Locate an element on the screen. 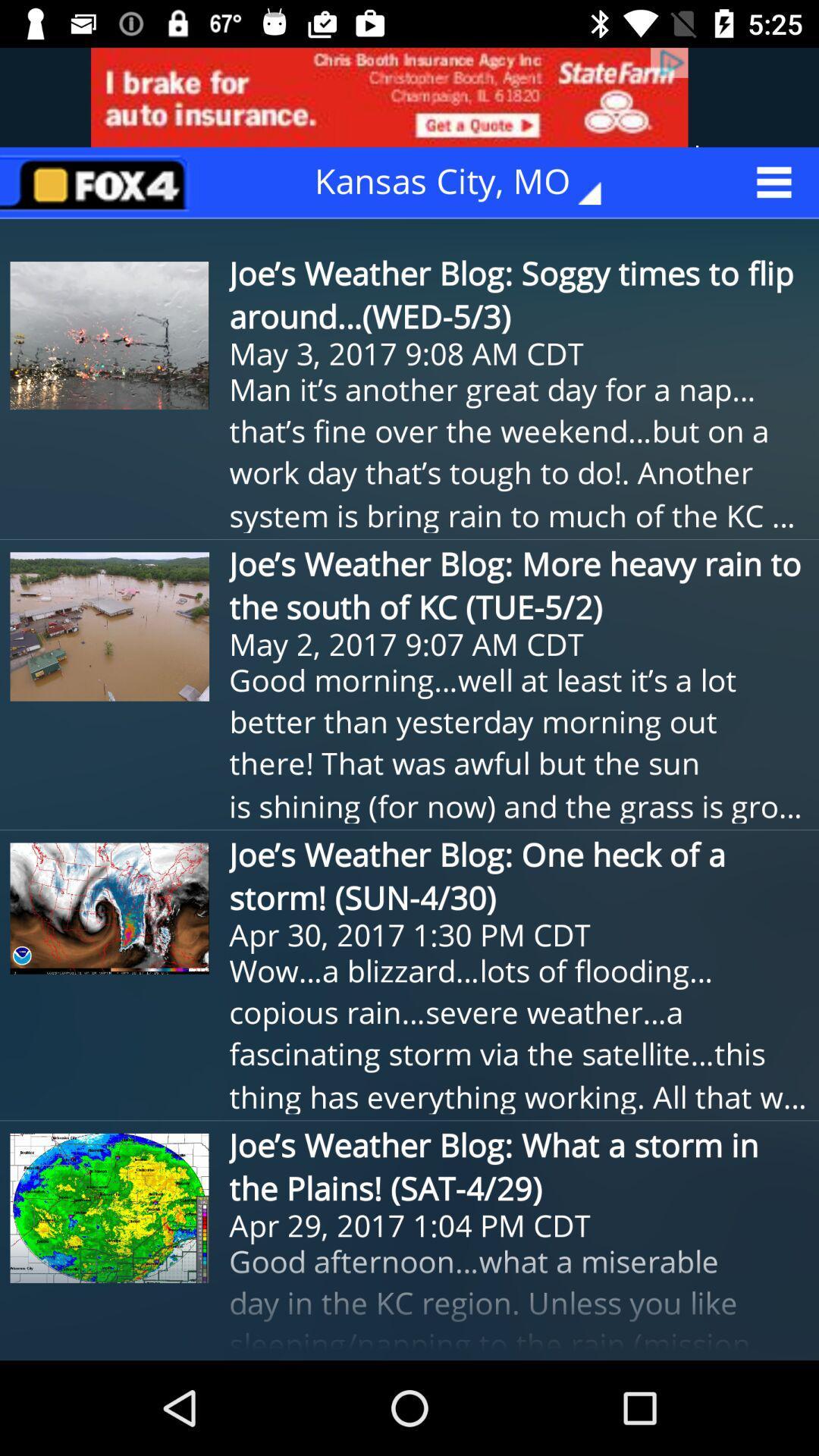 This screenshot has height=1456, width=819. the image beside joes weather blog more heavy rain to the south of kctue52 is located at coordinates (109, 626).